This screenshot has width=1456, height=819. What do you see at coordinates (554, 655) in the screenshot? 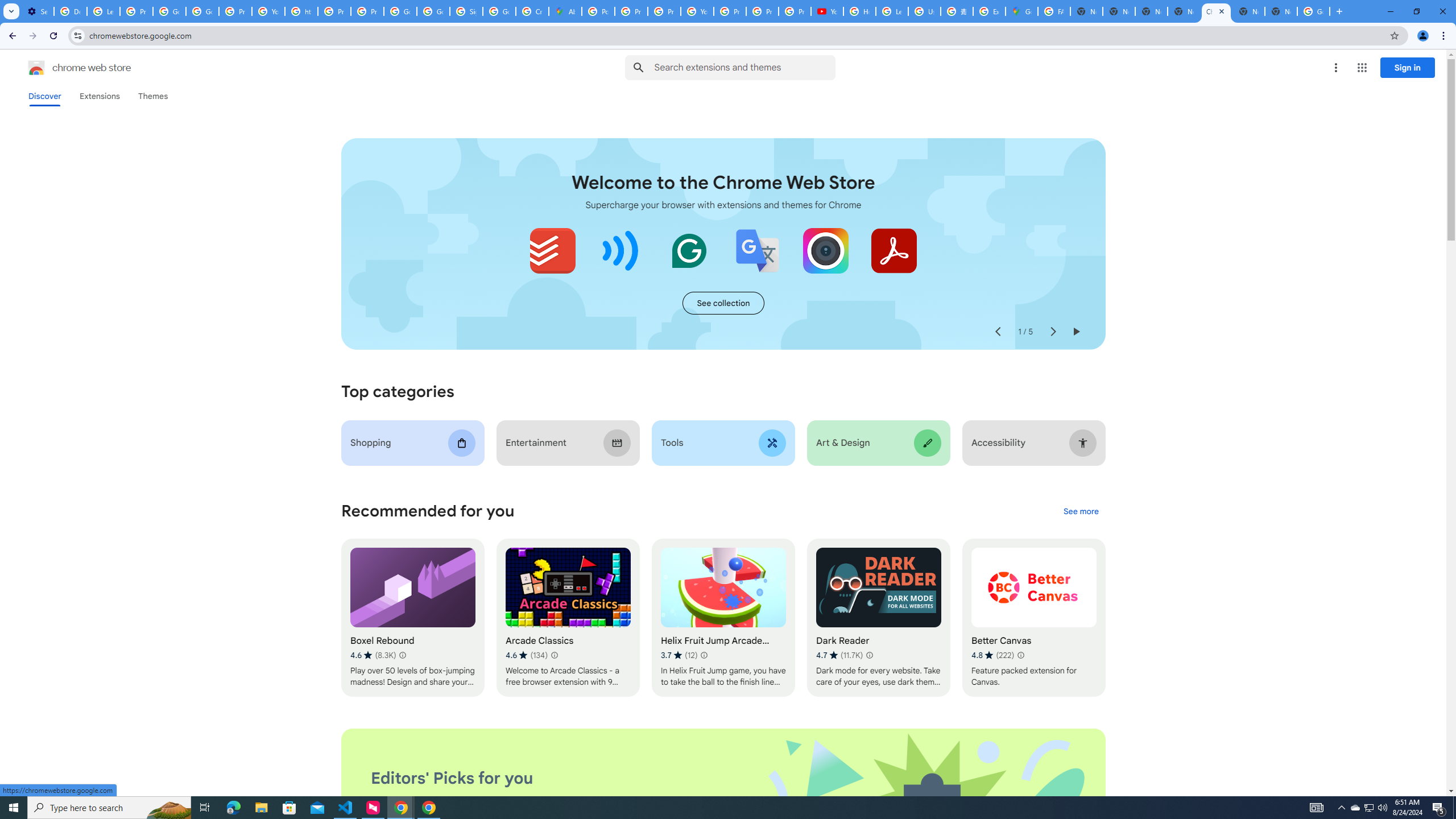
I see `'Learn more about results and reviews "Arcade Classics"'` at bounding box center [554, 655].